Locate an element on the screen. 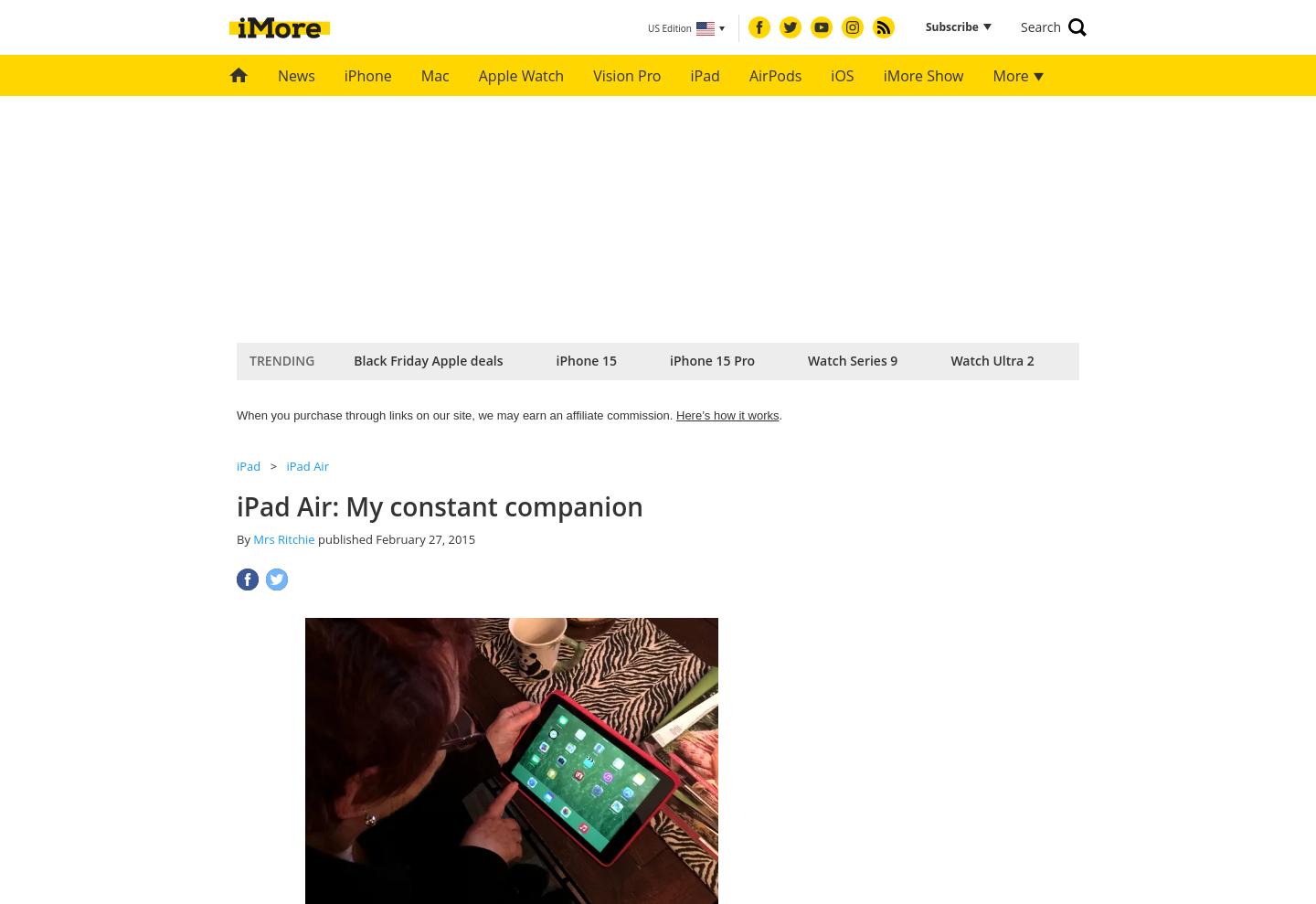 The image size is (1316, 904). 'Mrs Ritchie' is located at coordinates (252, 538).